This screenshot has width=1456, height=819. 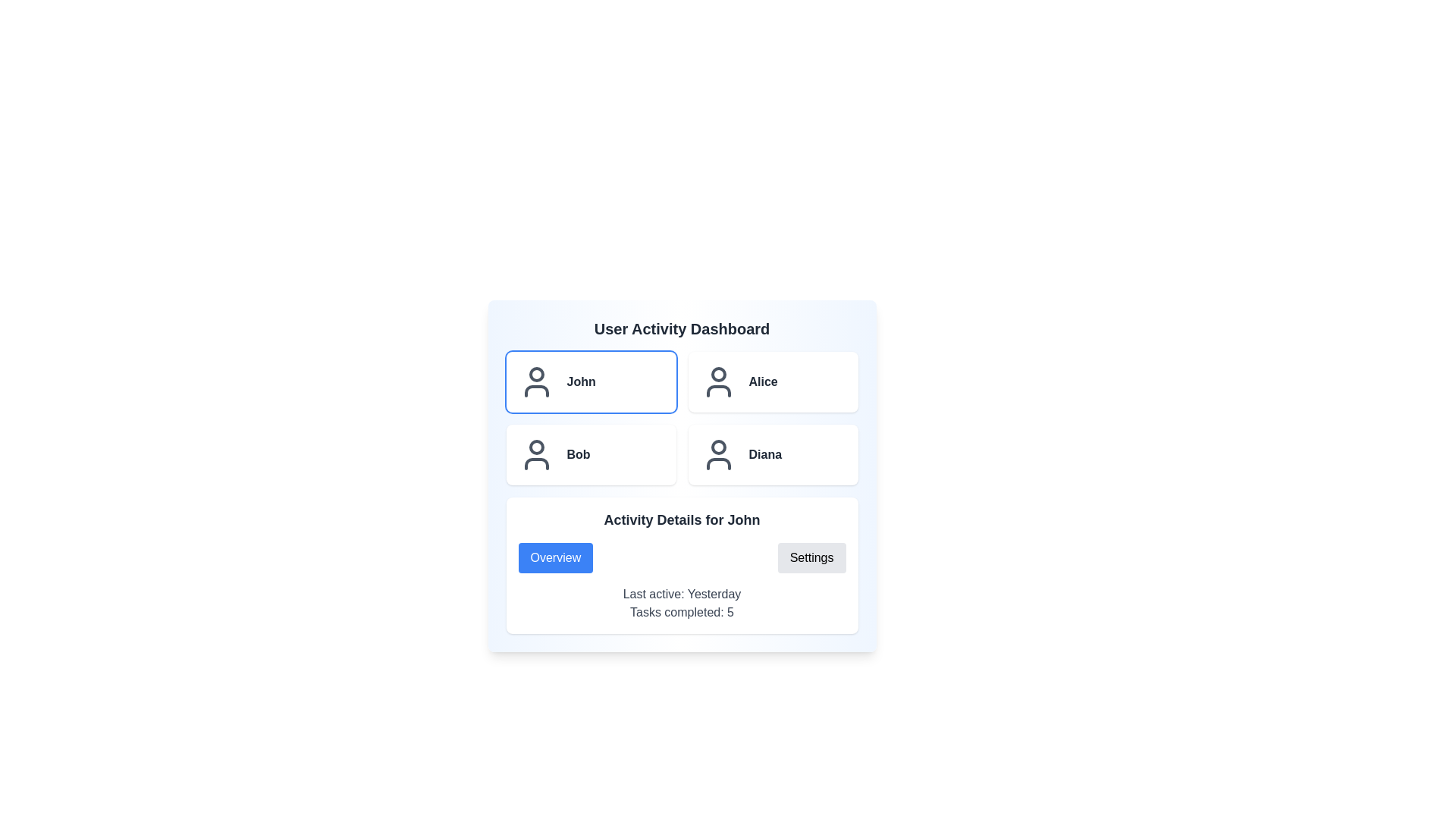 I want to click on the user silhouette icon located within the card labeled 'Bob' in the 'User Activity Dashboard' section, so click(x=536, y=454).